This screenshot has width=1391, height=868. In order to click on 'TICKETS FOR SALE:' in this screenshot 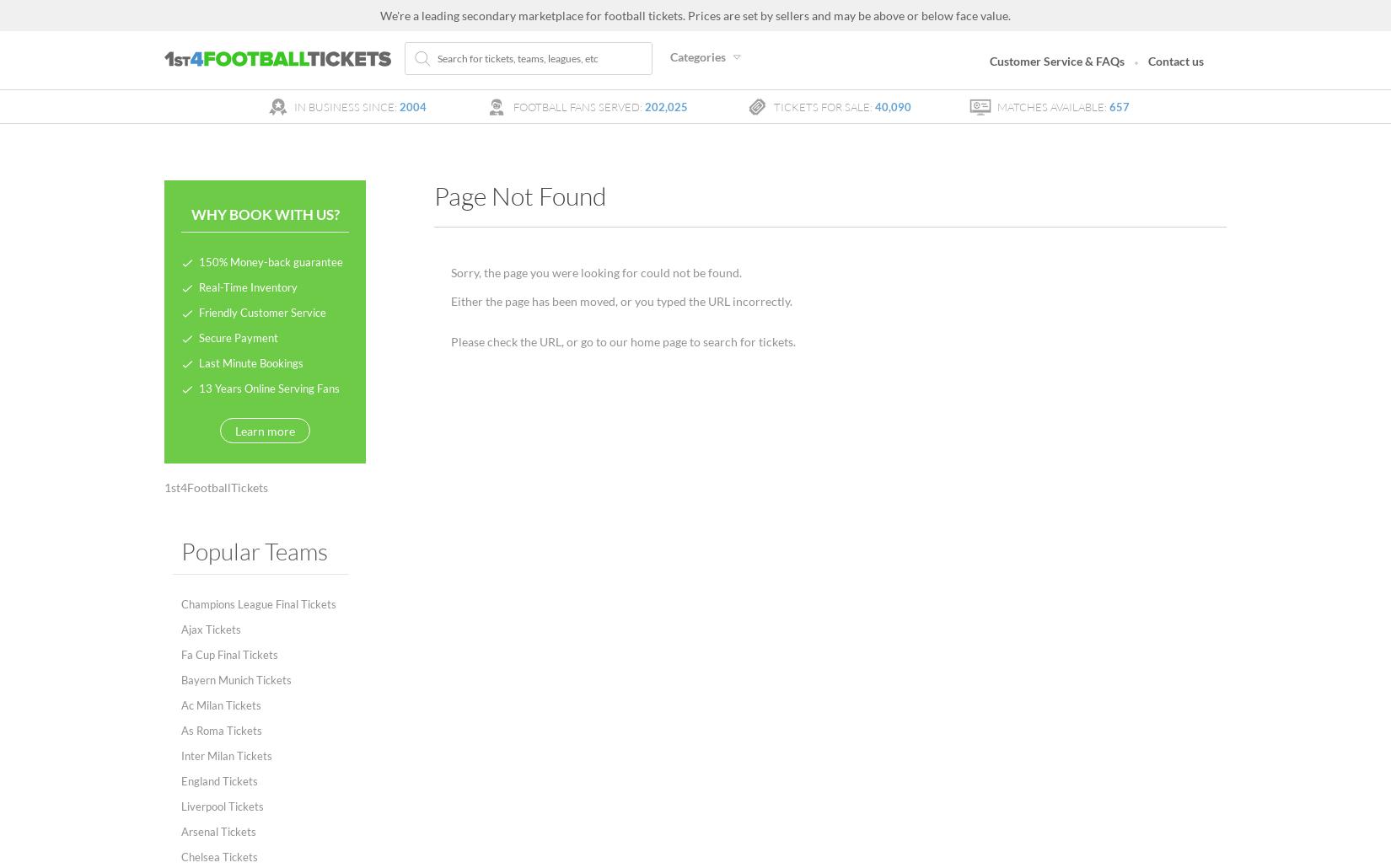, I will do `click(823, 105)`.